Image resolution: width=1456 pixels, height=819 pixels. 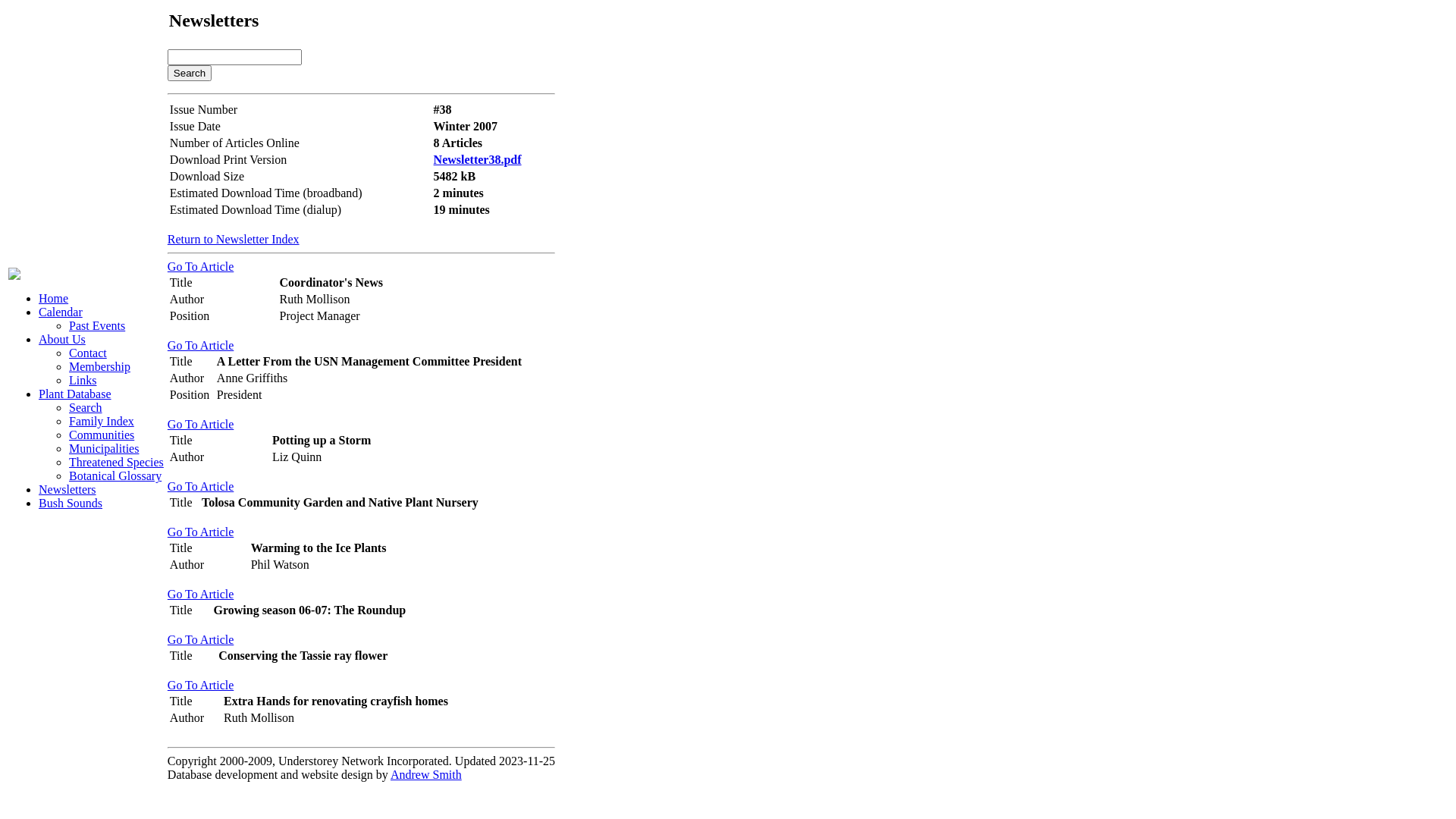 I want to click on 'Newsletters', so click(x=67, y=489).